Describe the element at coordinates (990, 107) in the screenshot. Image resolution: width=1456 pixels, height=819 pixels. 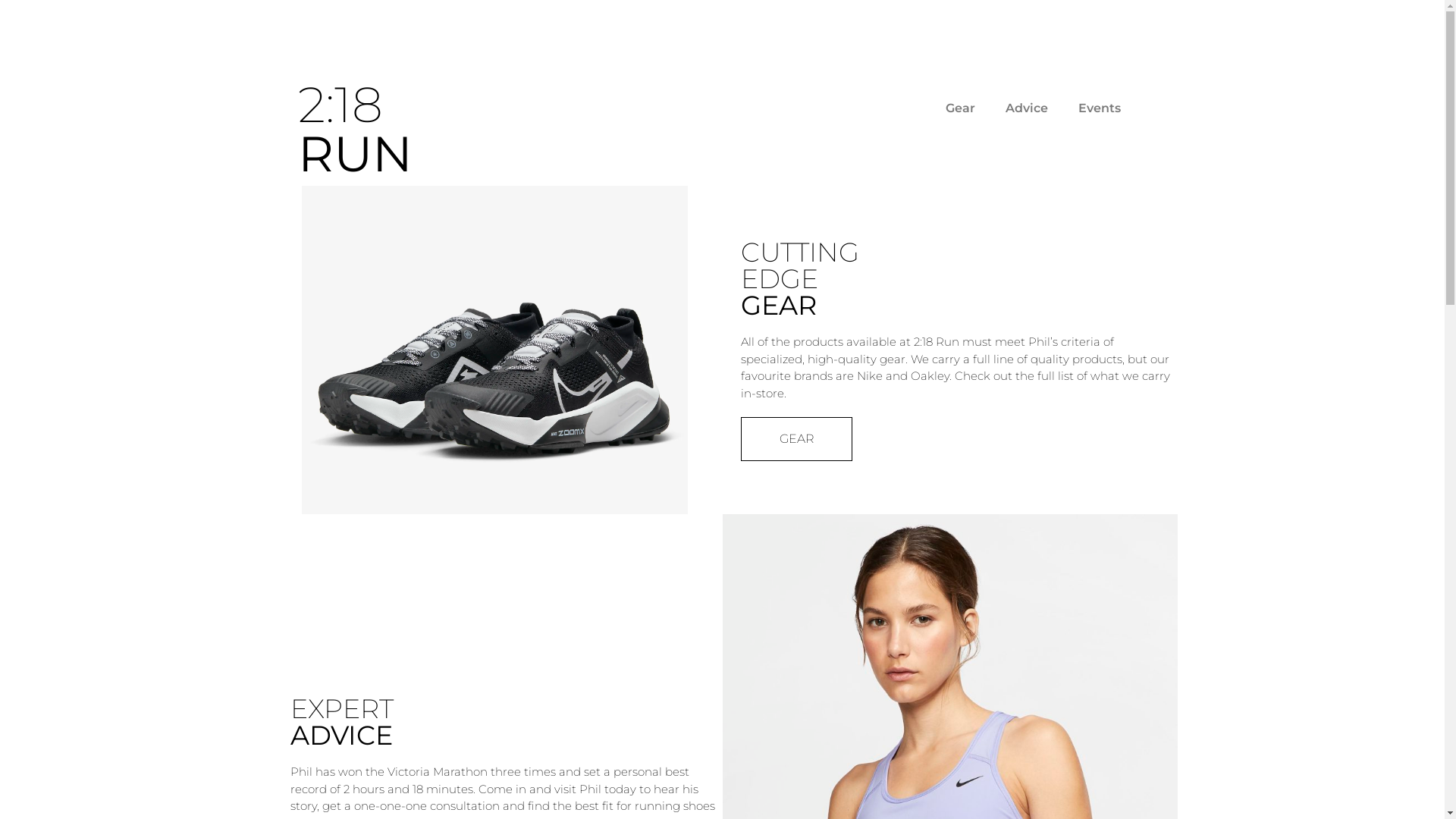
I see `'Advice'` at that location.